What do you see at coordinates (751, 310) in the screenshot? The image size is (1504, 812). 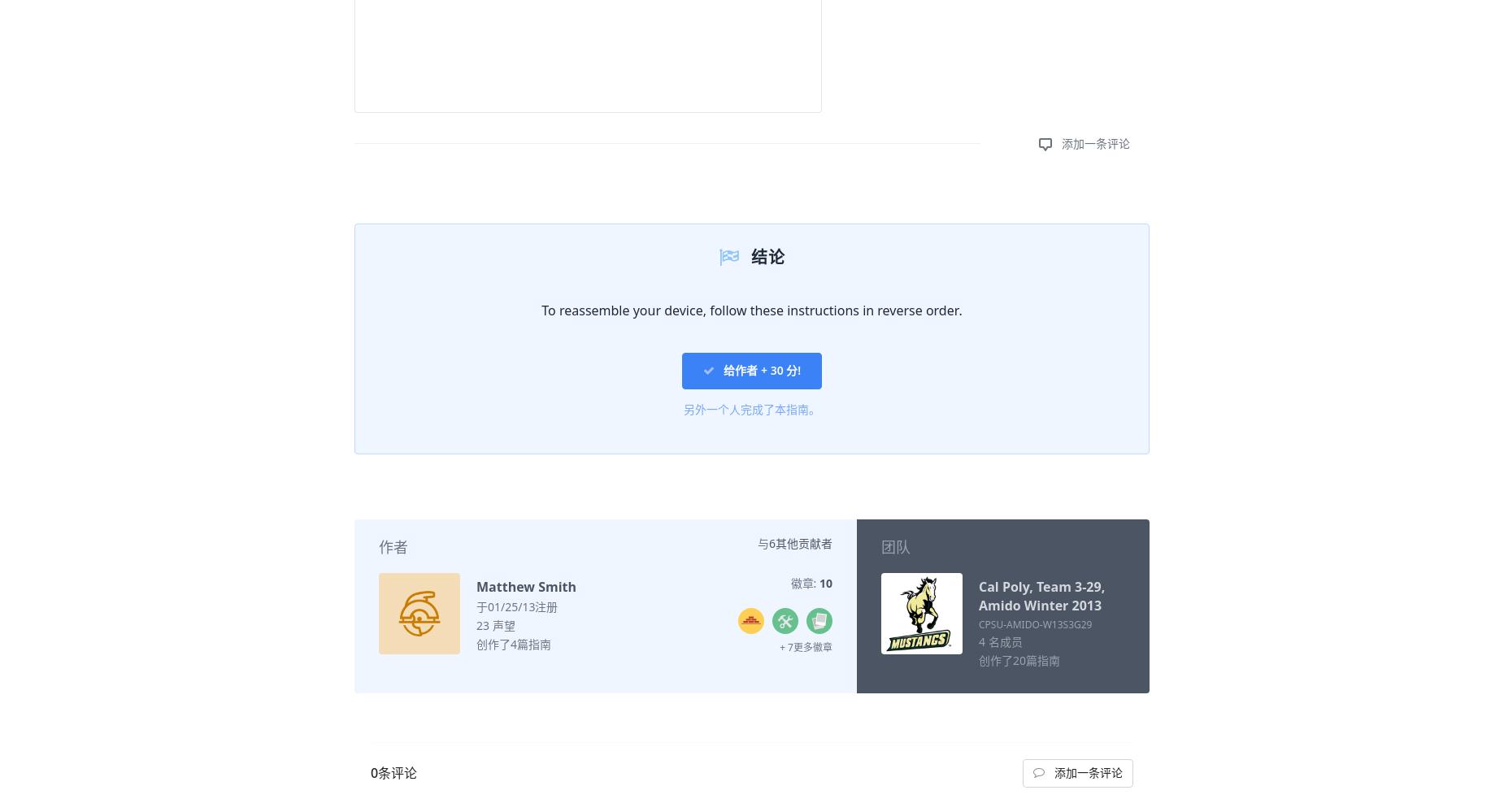 I see `'To reassemble your device, follow these instructions in reverse order.'` at bounding box center [751, 310].